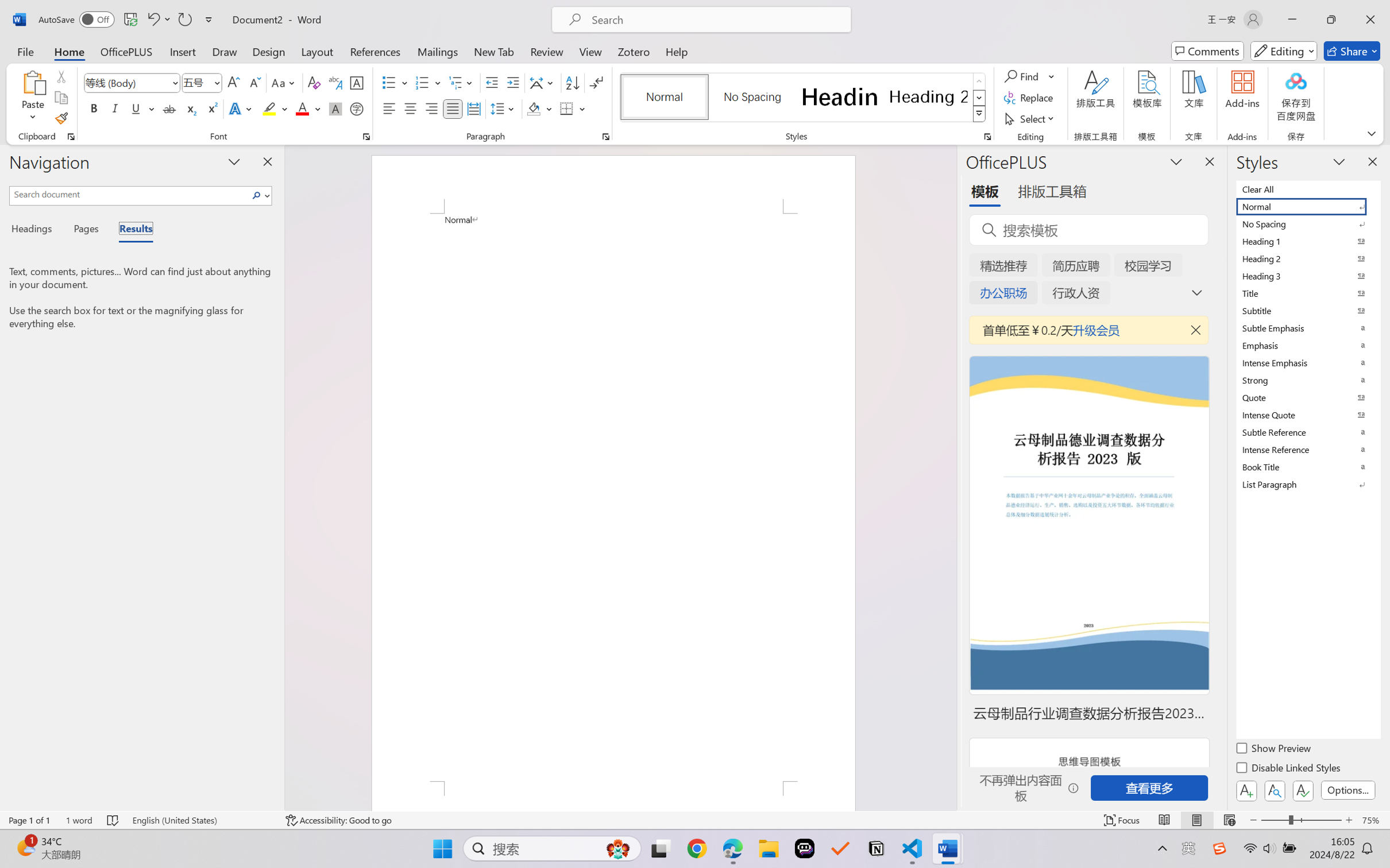  I want to click on 'Repeat Doc Close', so click(184, 19).